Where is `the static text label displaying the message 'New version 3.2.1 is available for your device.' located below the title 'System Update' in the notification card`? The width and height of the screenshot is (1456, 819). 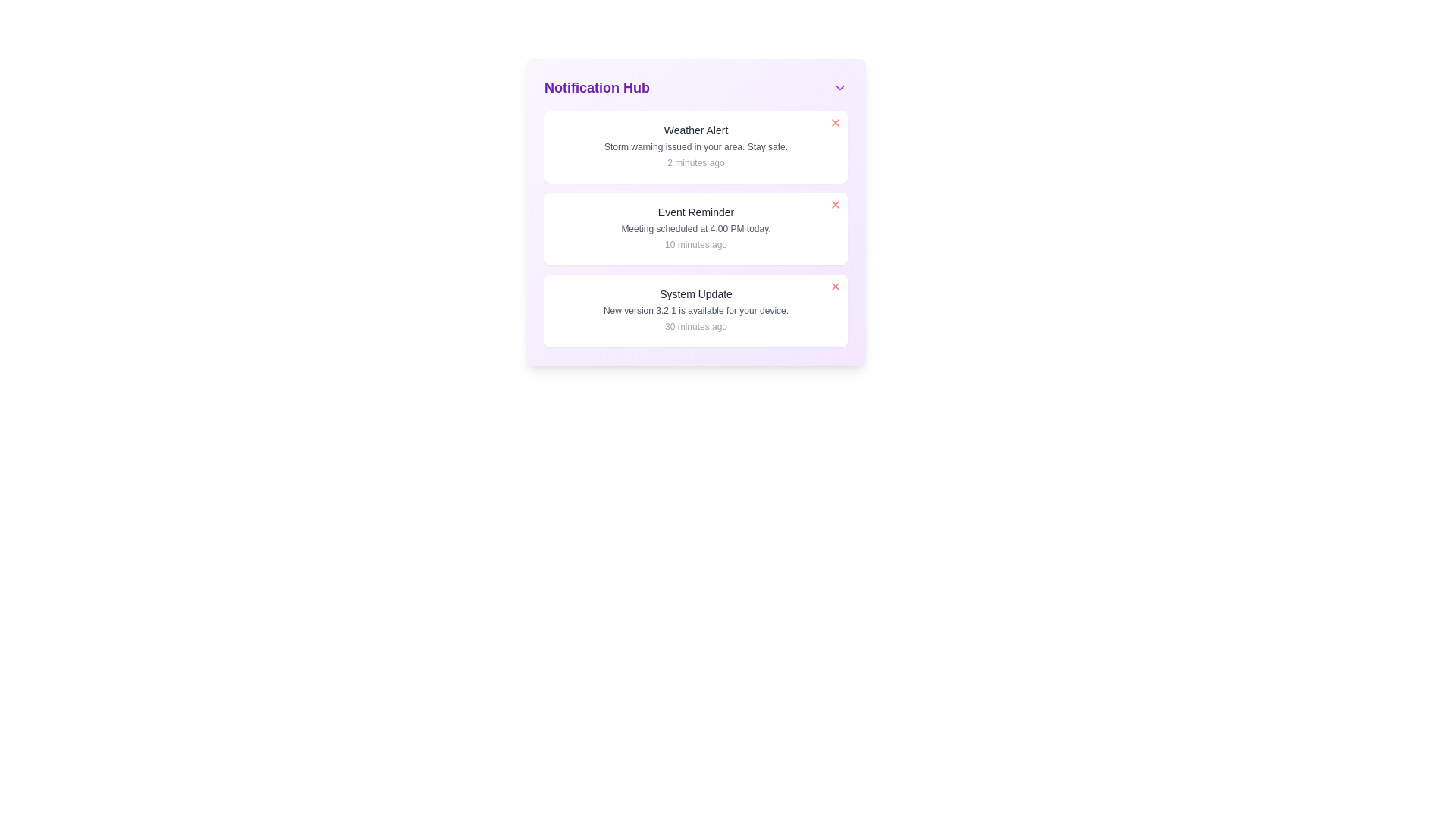 the static text label displaying the message 'New version 3.2.1 is available for your device.' located below the title 'System Update' in the notification card is located at coordinates (695, 309).